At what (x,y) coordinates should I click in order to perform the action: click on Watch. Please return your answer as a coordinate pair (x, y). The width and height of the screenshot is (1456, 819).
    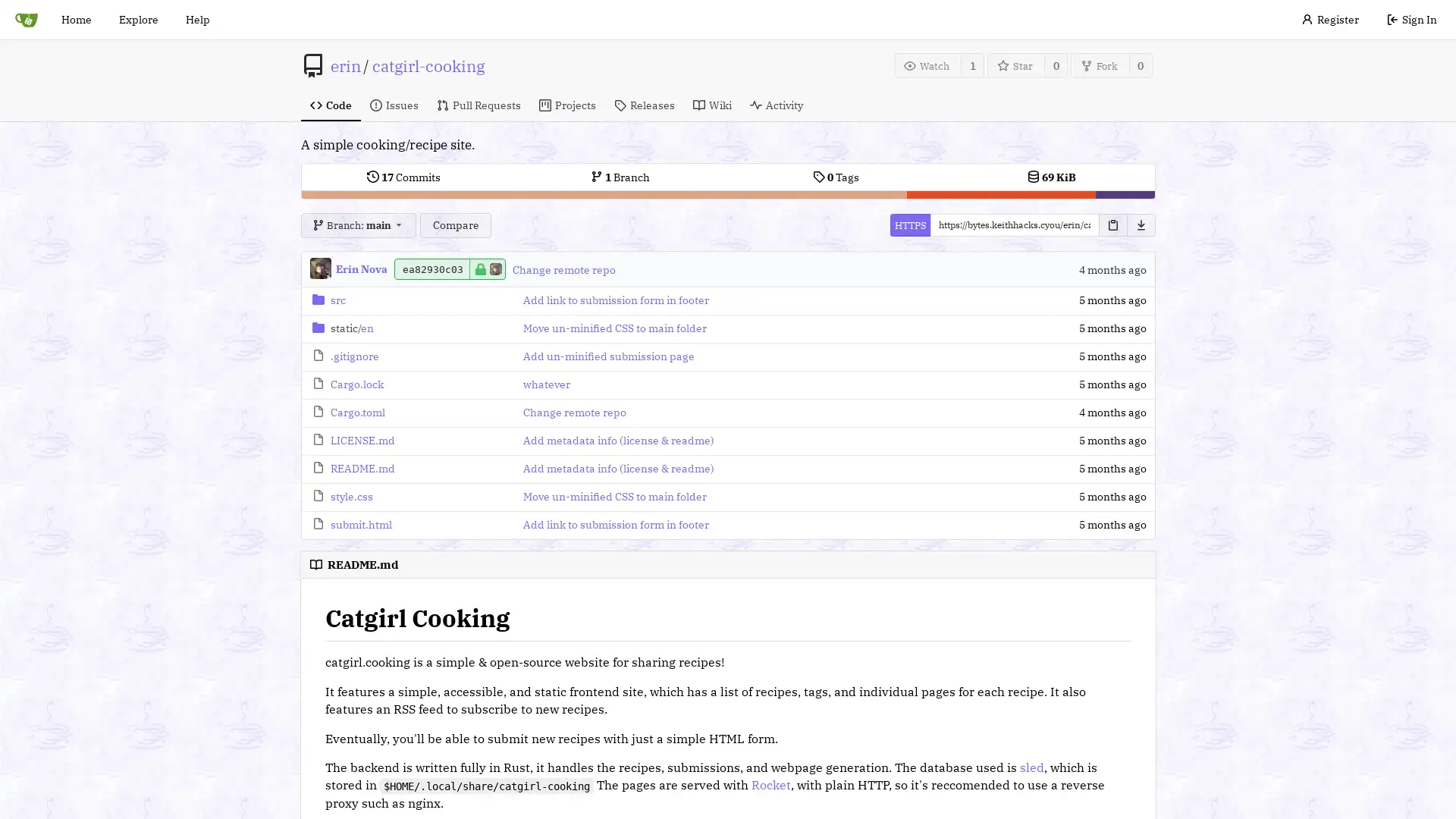
    Looking at the image, I should click on (927, 64).